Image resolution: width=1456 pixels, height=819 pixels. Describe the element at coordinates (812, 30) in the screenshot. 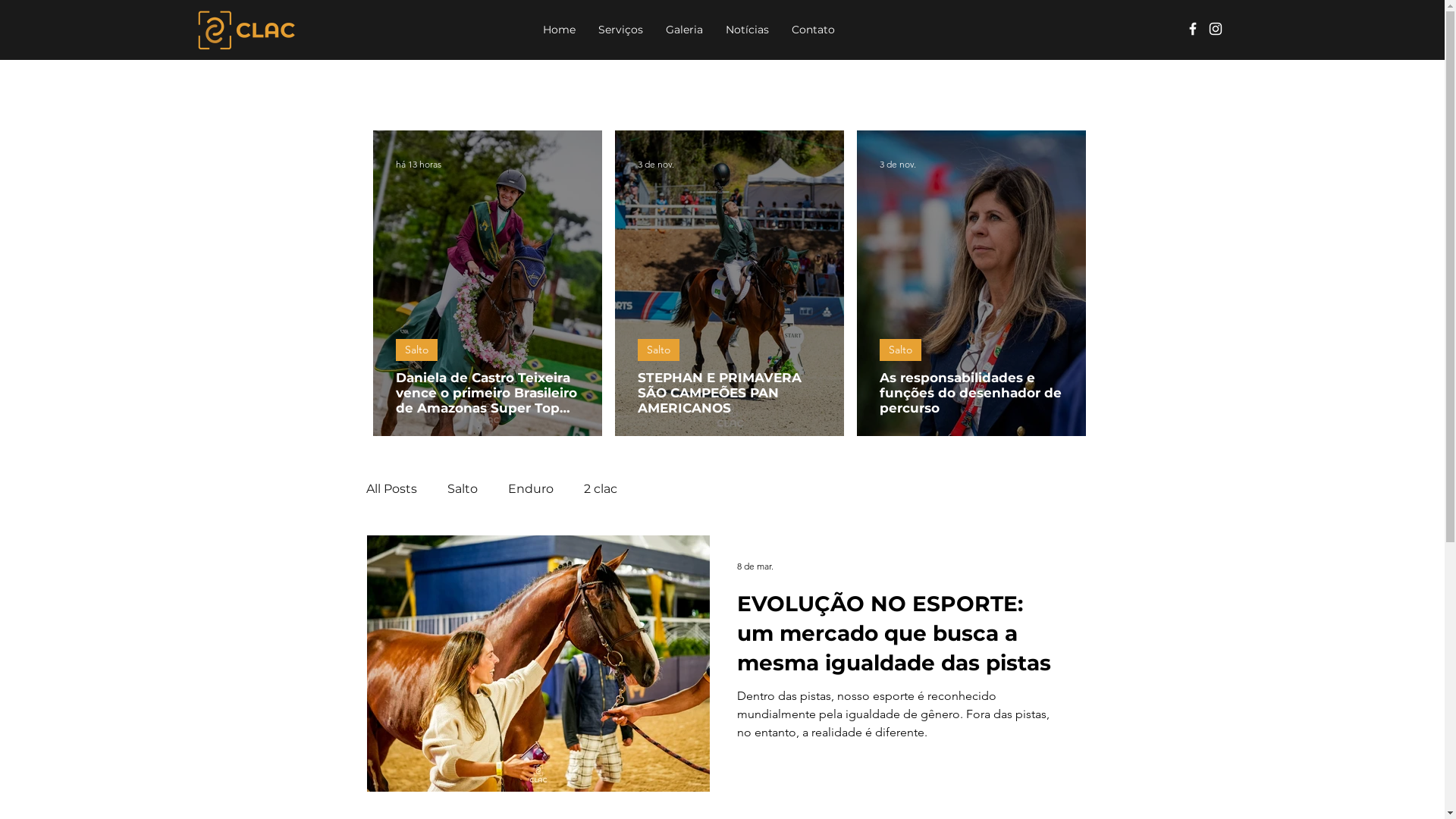

I see `'Contato'` at that location.